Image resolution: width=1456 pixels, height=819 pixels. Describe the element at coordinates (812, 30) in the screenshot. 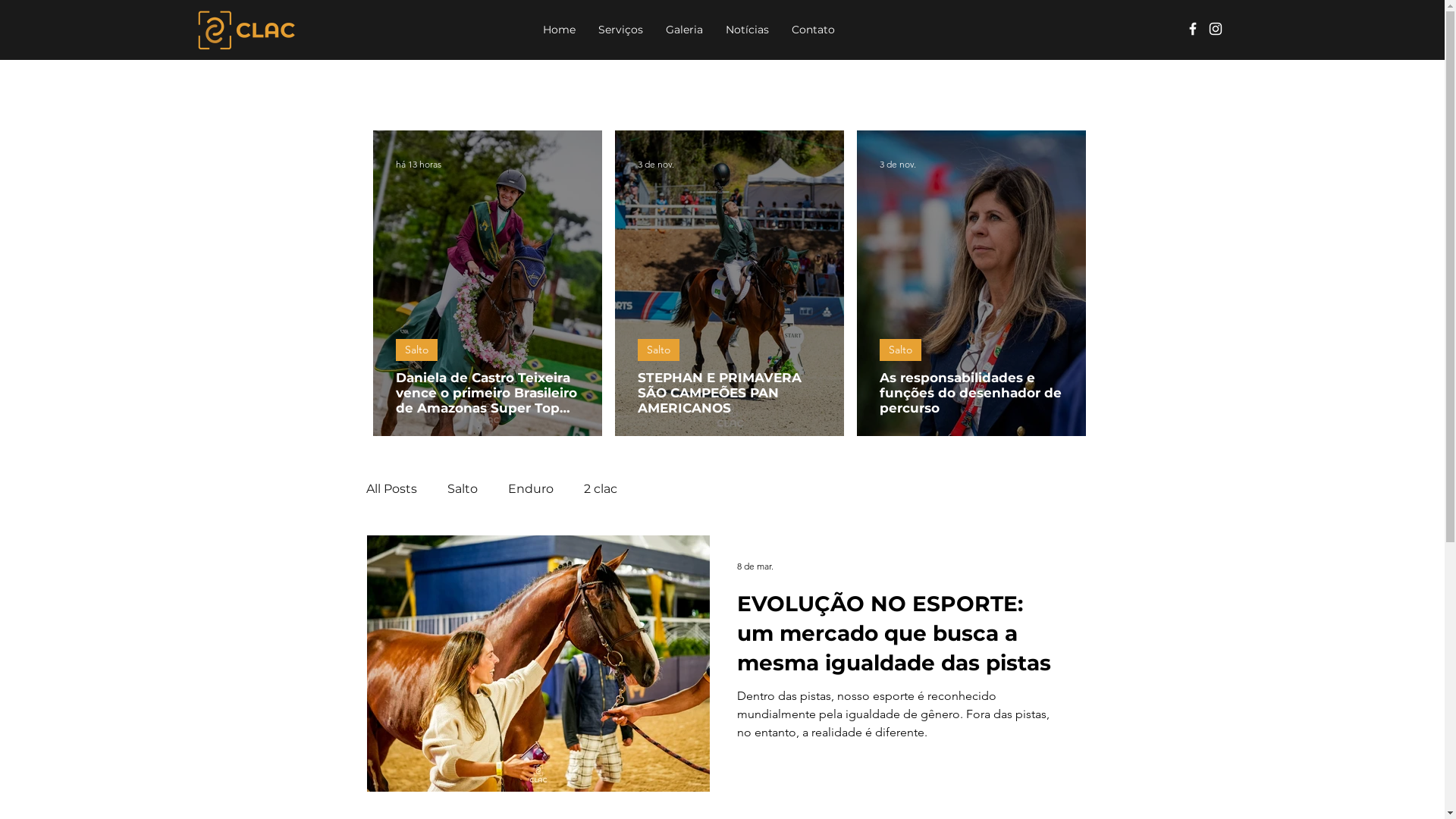

I see `'Contato'` at that location.